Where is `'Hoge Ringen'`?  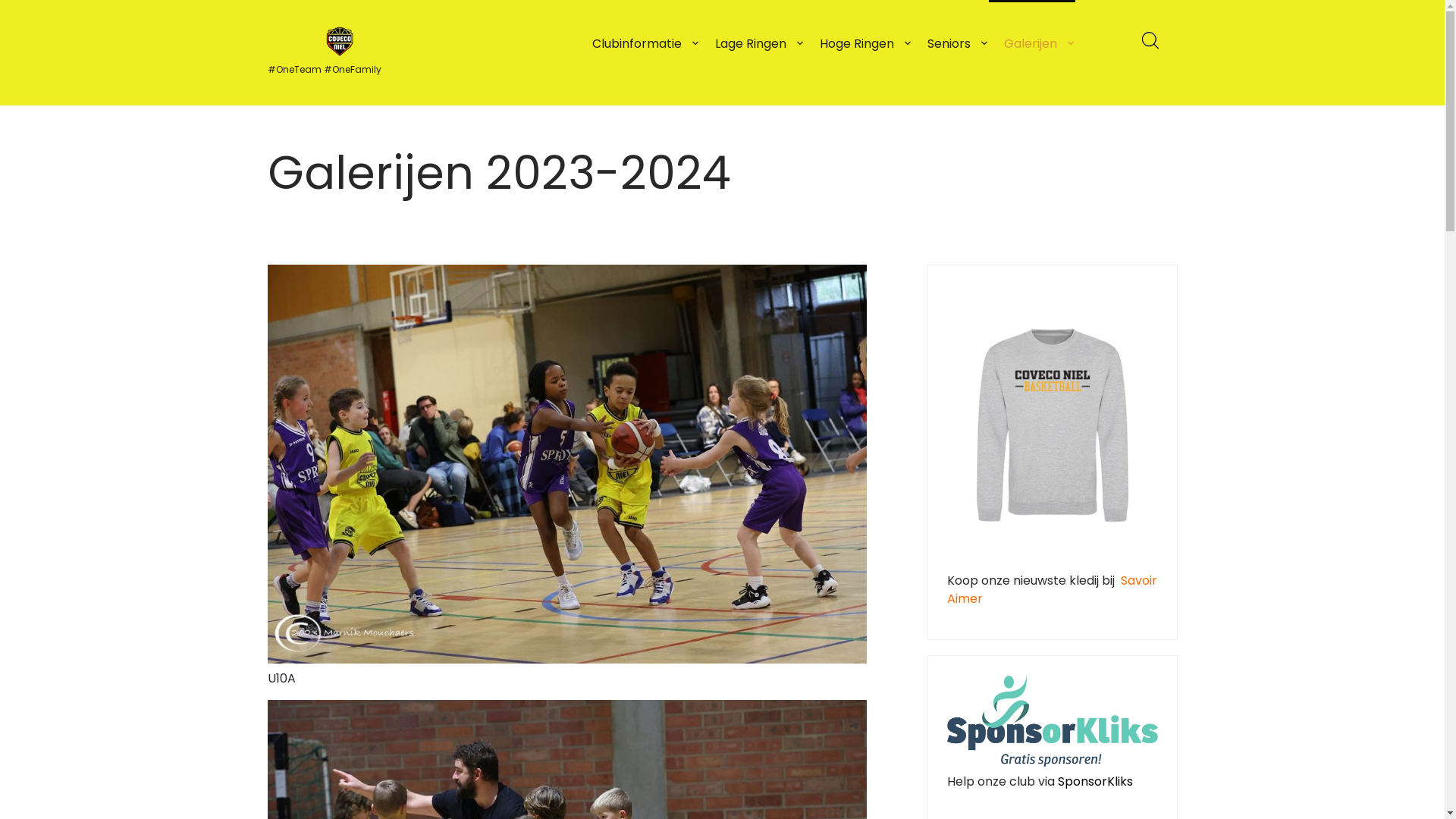 'Hoge Ringen' is located at coordinates (858, 42).